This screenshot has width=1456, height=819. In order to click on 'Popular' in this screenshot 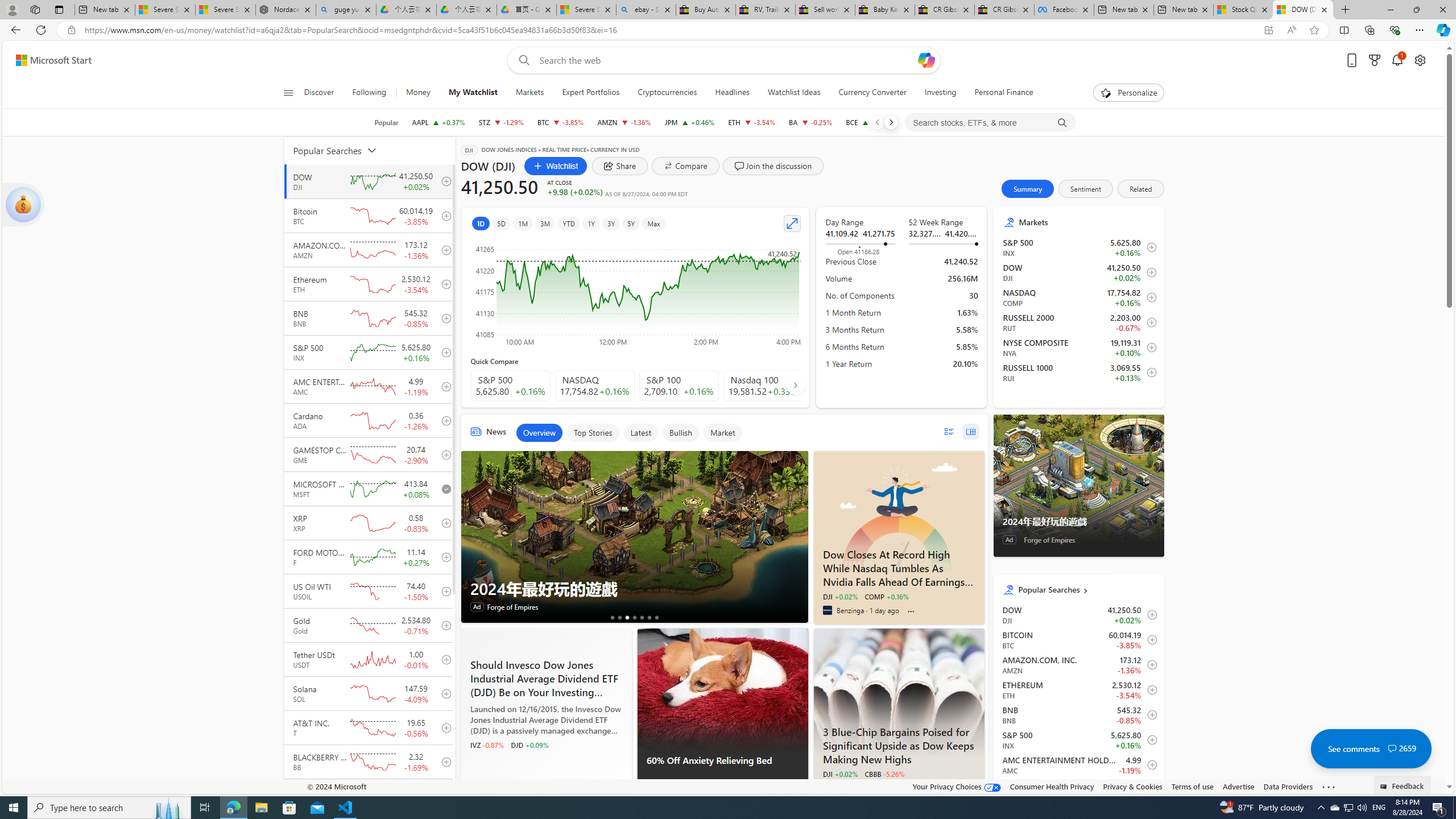, I will do `click(386, 122)`.